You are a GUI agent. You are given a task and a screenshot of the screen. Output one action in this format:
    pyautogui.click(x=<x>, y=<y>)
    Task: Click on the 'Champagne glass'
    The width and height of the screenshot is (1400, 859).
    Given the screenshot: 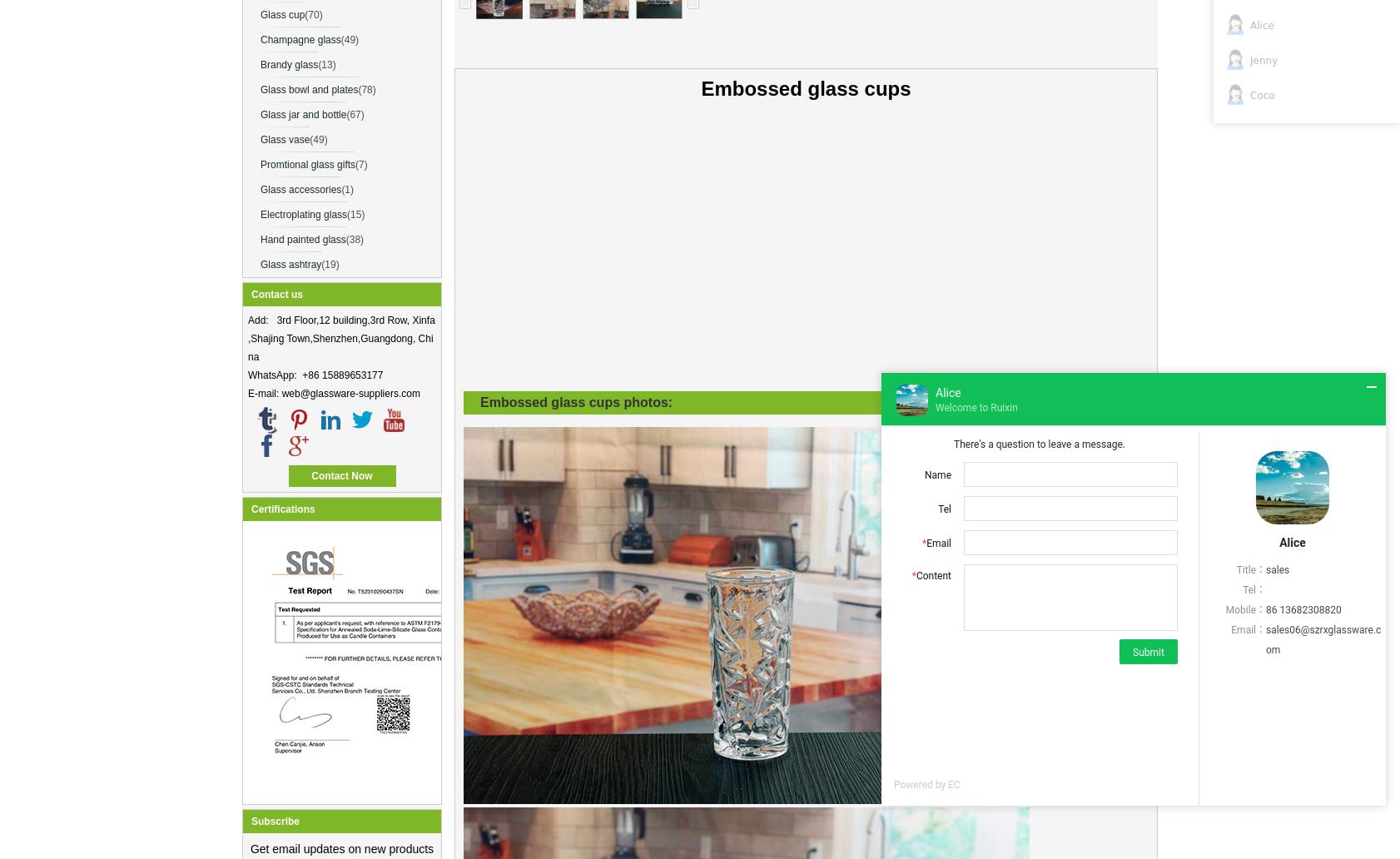 What is the action you would take?
    pyautogui.click(x=299, y=39)
    